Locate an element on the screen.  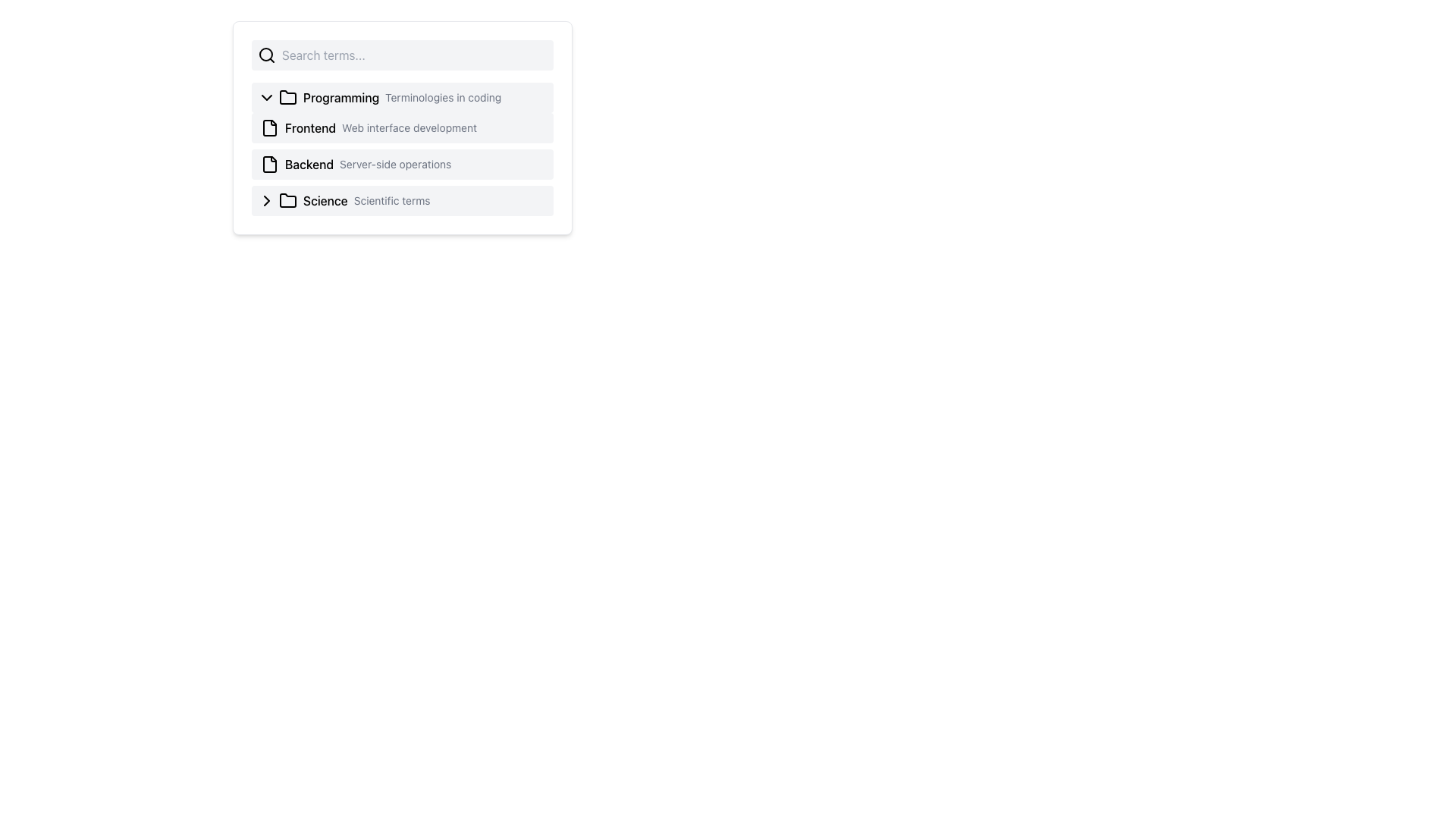
the 'Backend' text label, which is the third list item in the menu panel, located between an icon and the text 'Server-side operations' is located at coordinates (309, 164).